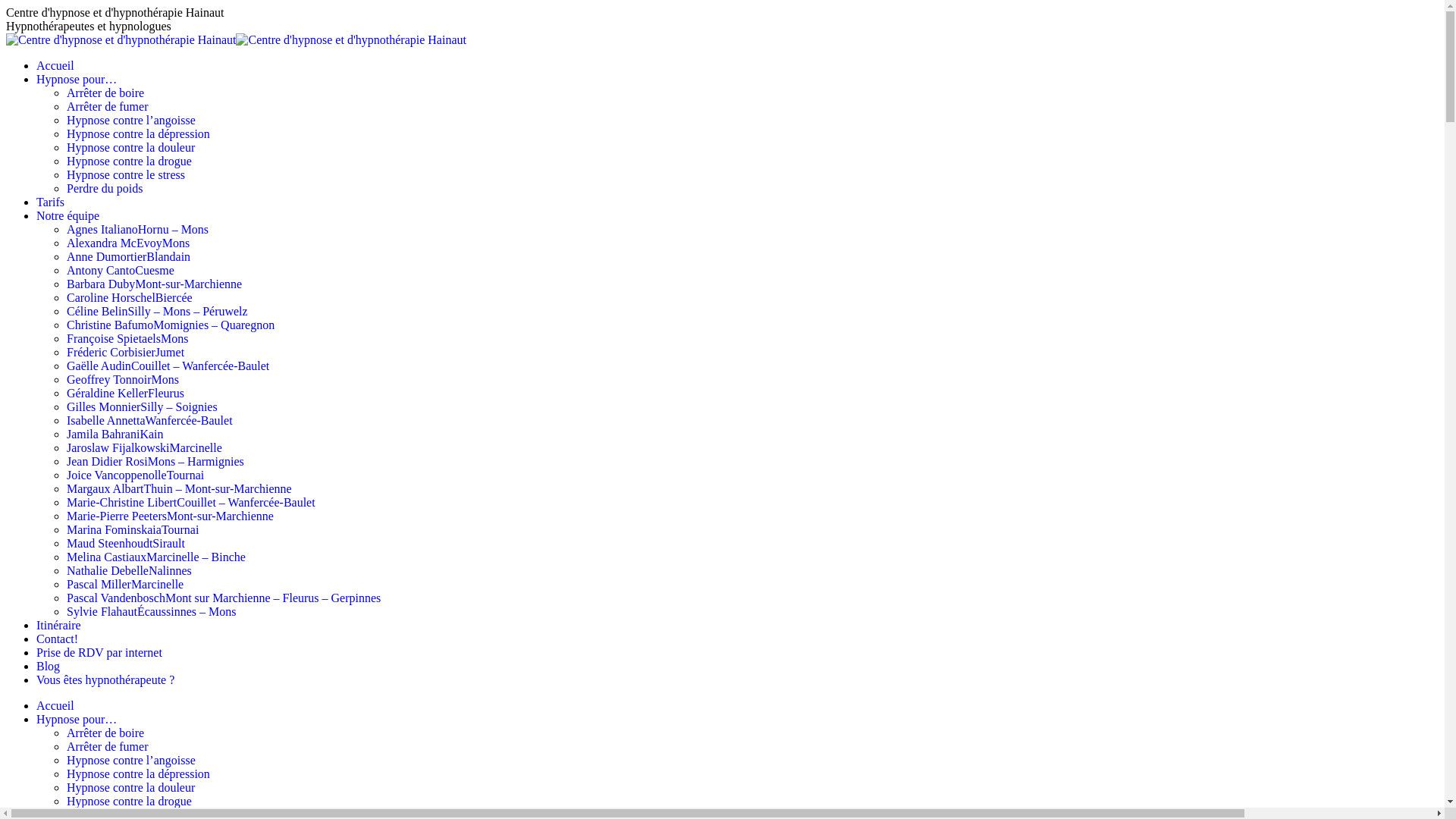 The height and width of the screenshot is (819, 1456). What do you see at coordinates (98, 651) in the screenshot?
I see `'Prise de RDV par internet'` at bounding box center [98, 651].